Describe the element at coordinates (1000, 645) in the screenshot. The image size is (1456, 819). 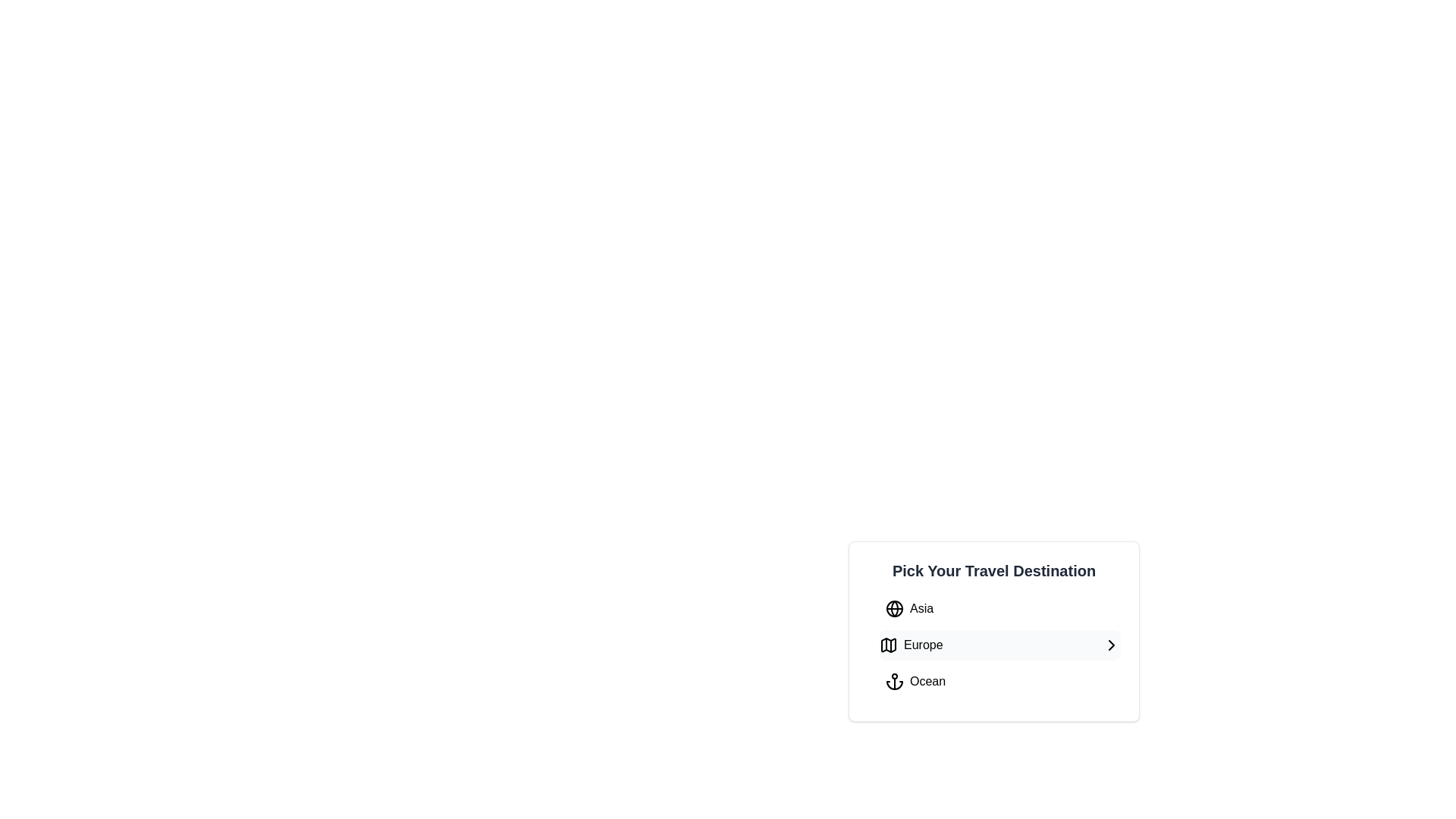
I see `the second item in the travel destination selection menu` at that location.